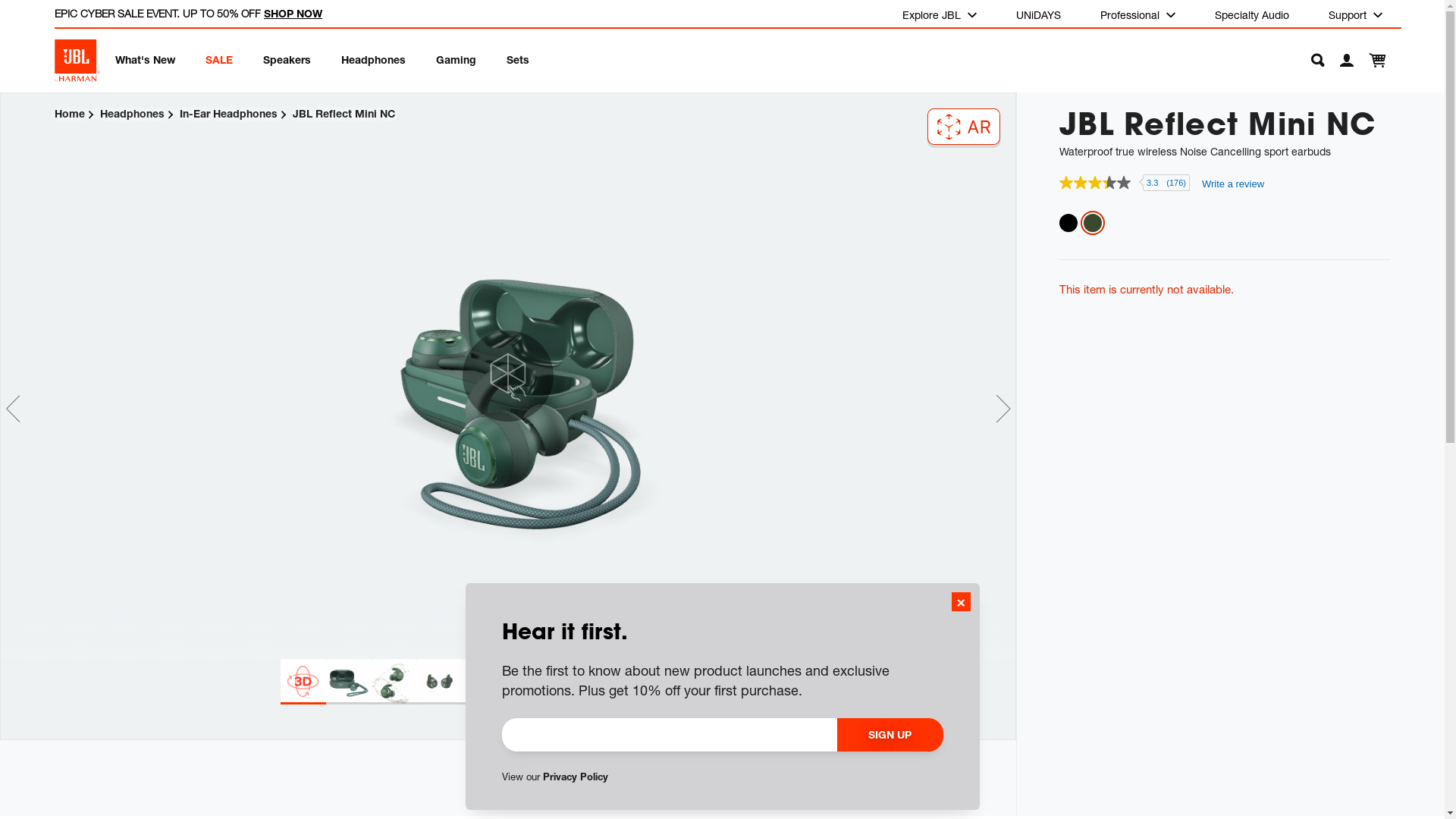 Image resolution: width=1456 pixels, height=819 pixels. I want to click on 'Green', so click(1092, 222).